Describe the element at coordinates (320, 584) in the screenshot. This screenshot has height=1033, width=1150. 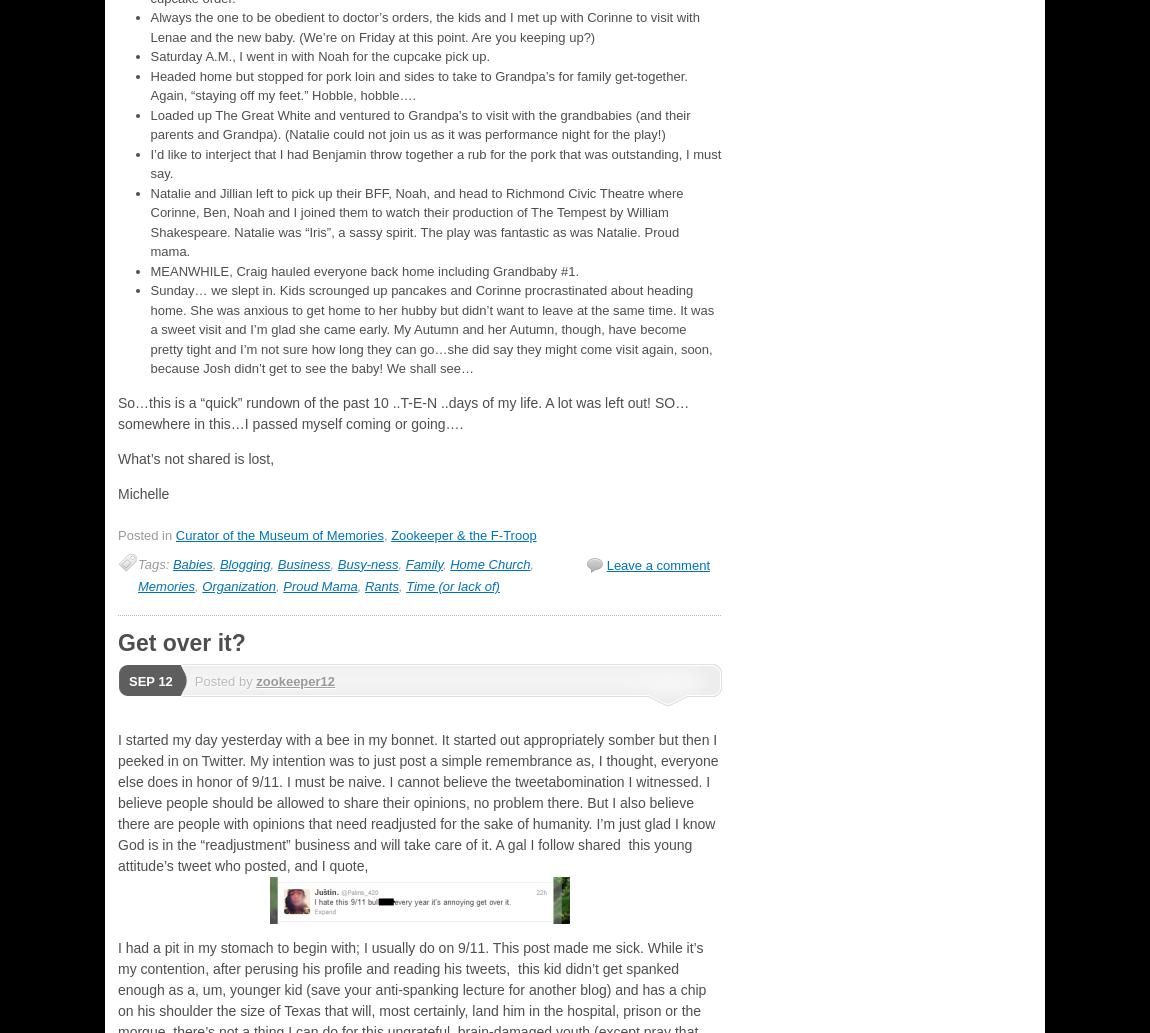
I see `'Proud Mama'` at that location.